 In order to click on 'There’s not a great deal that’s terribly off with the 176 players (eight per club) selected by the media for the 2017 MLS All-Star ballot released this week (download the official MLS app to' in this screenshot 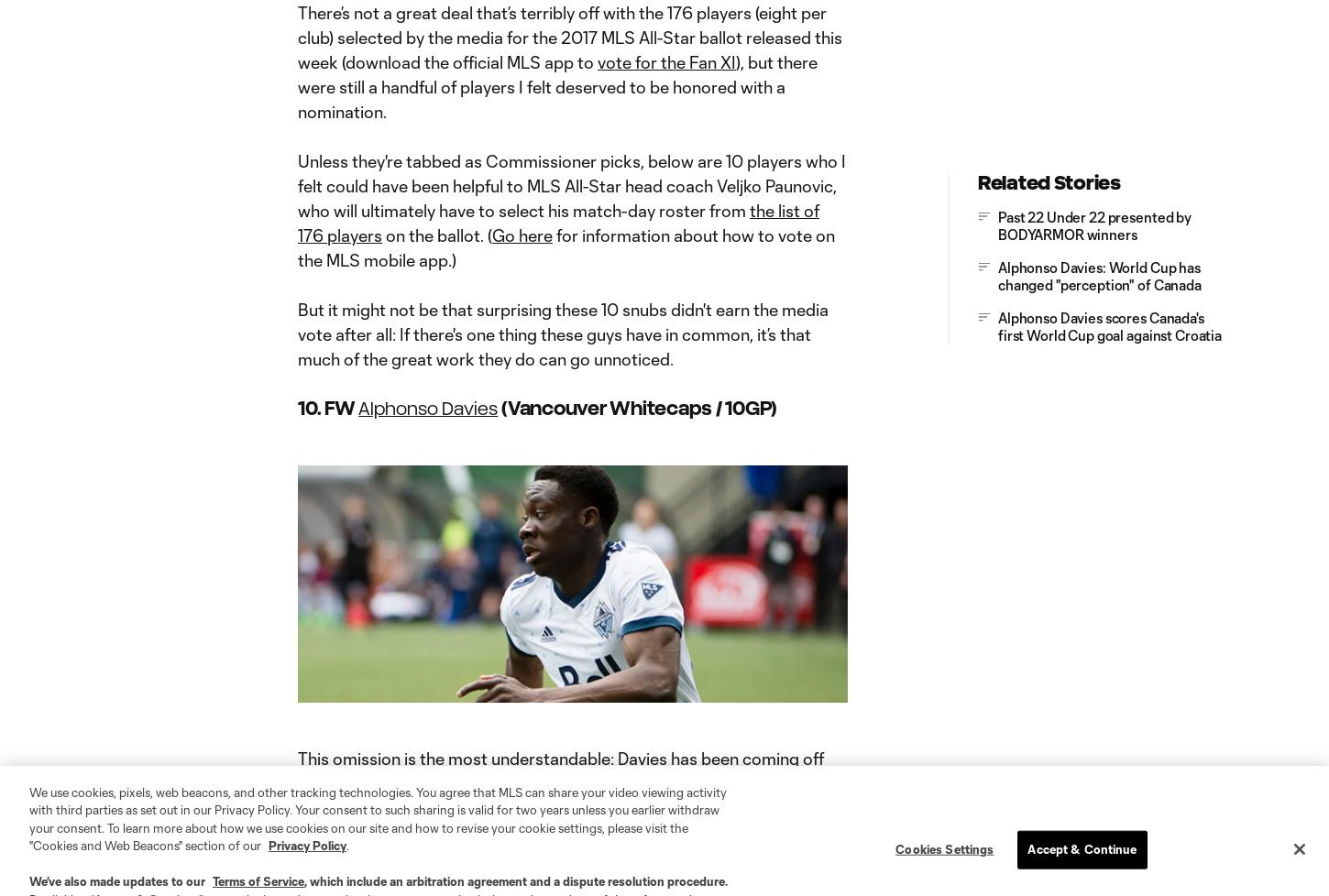, I will do `click(297, 37)`.